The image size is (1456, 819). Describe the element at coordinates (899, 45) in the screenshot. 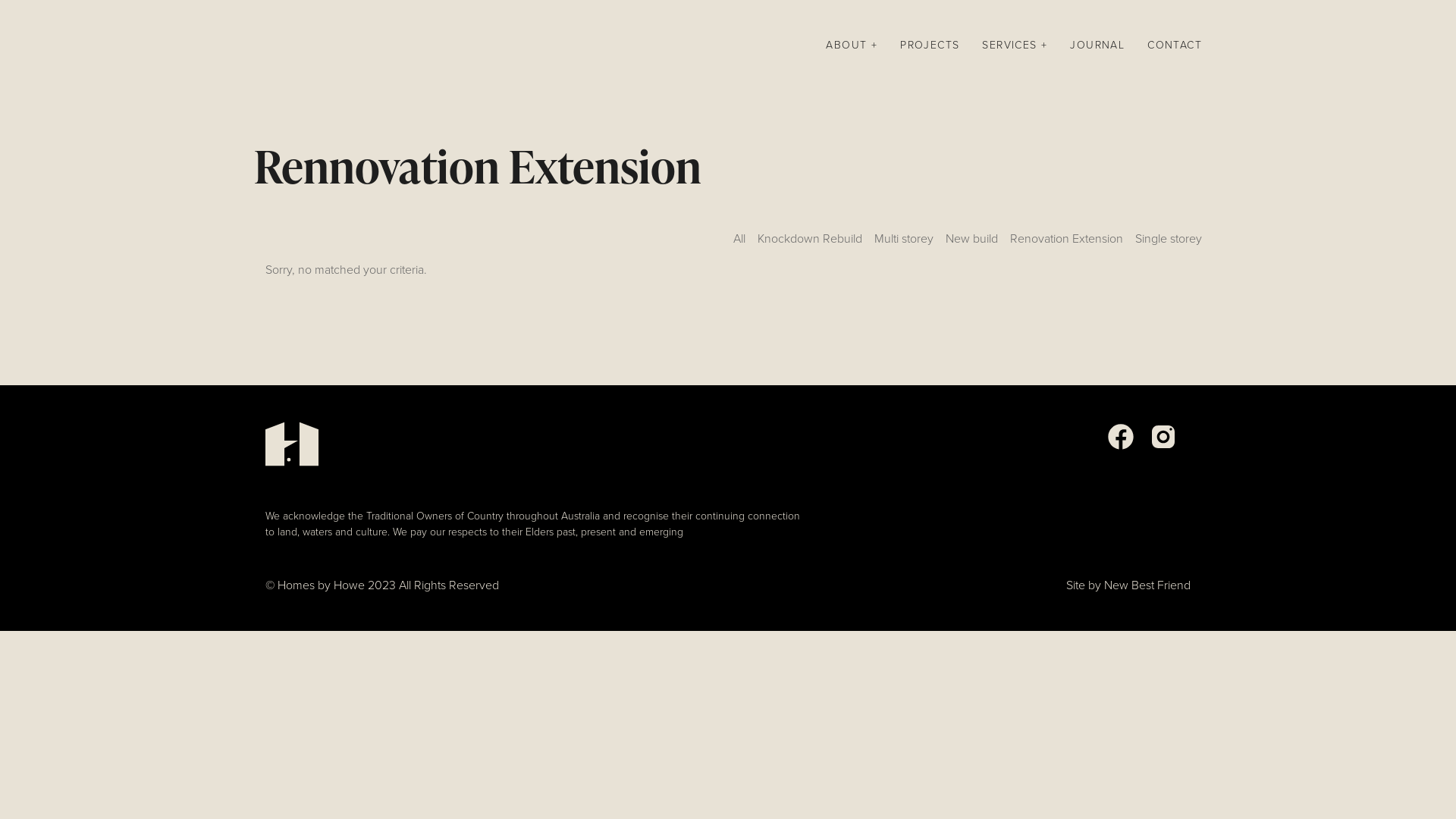

I see `'PROJECTS'` at that location.